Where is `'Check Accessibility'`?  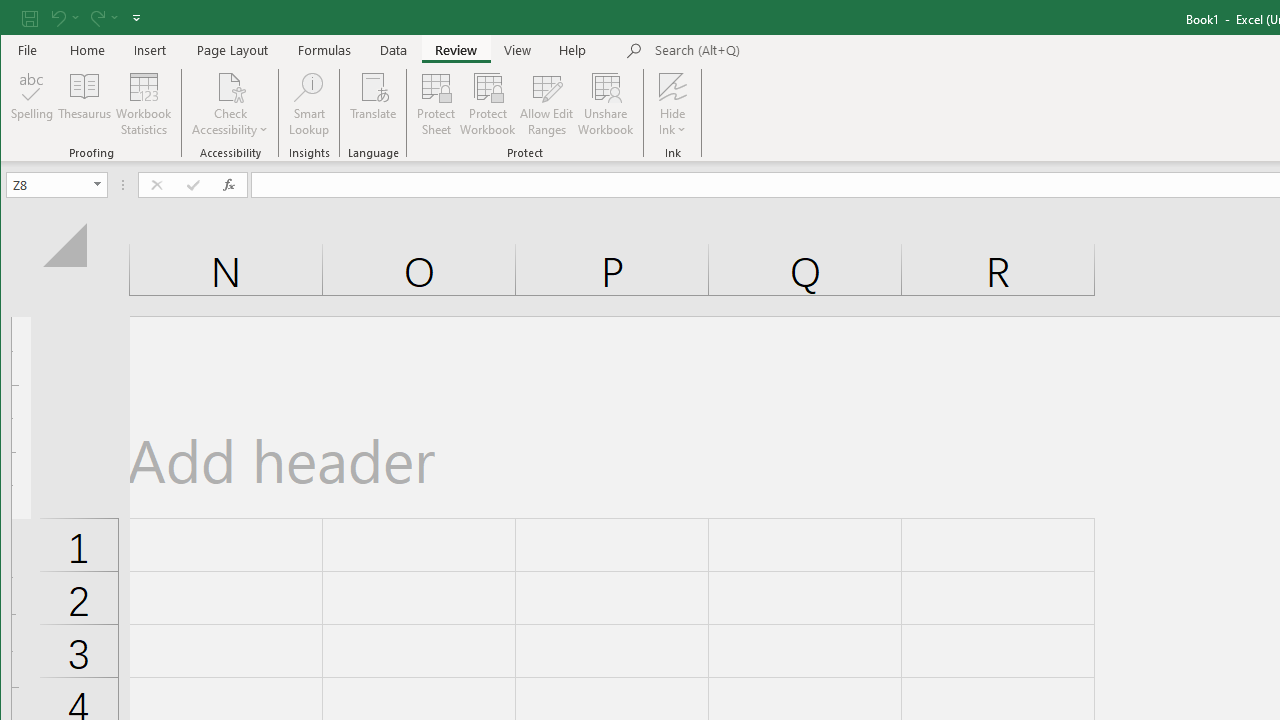
'Check Accessibility' is located at coordinates (230, 104).